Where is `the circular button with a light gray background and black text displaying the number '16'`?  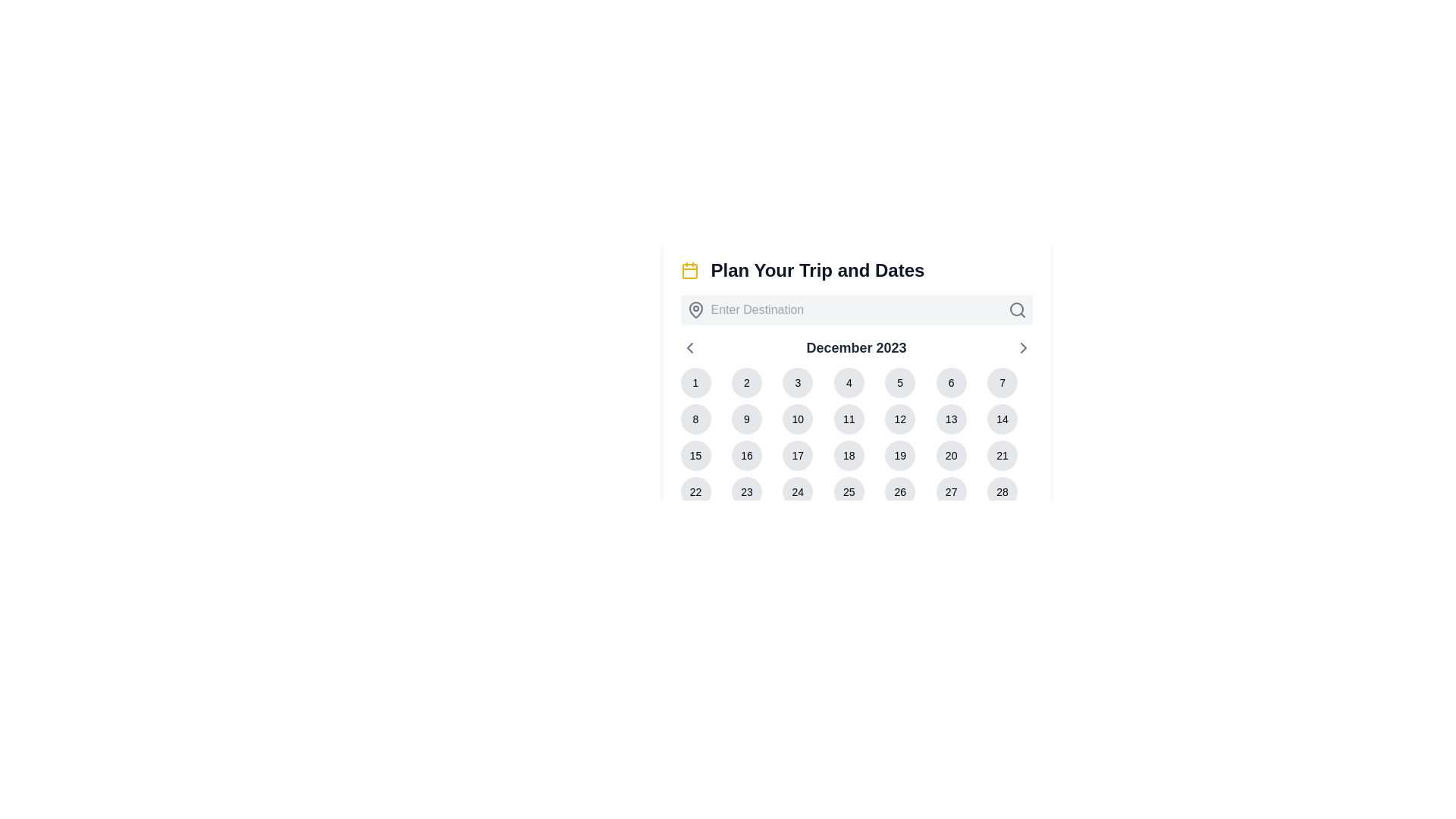 the circular button with a light gray background and black text displaying the number '16' is located at coordinates (746, 455).